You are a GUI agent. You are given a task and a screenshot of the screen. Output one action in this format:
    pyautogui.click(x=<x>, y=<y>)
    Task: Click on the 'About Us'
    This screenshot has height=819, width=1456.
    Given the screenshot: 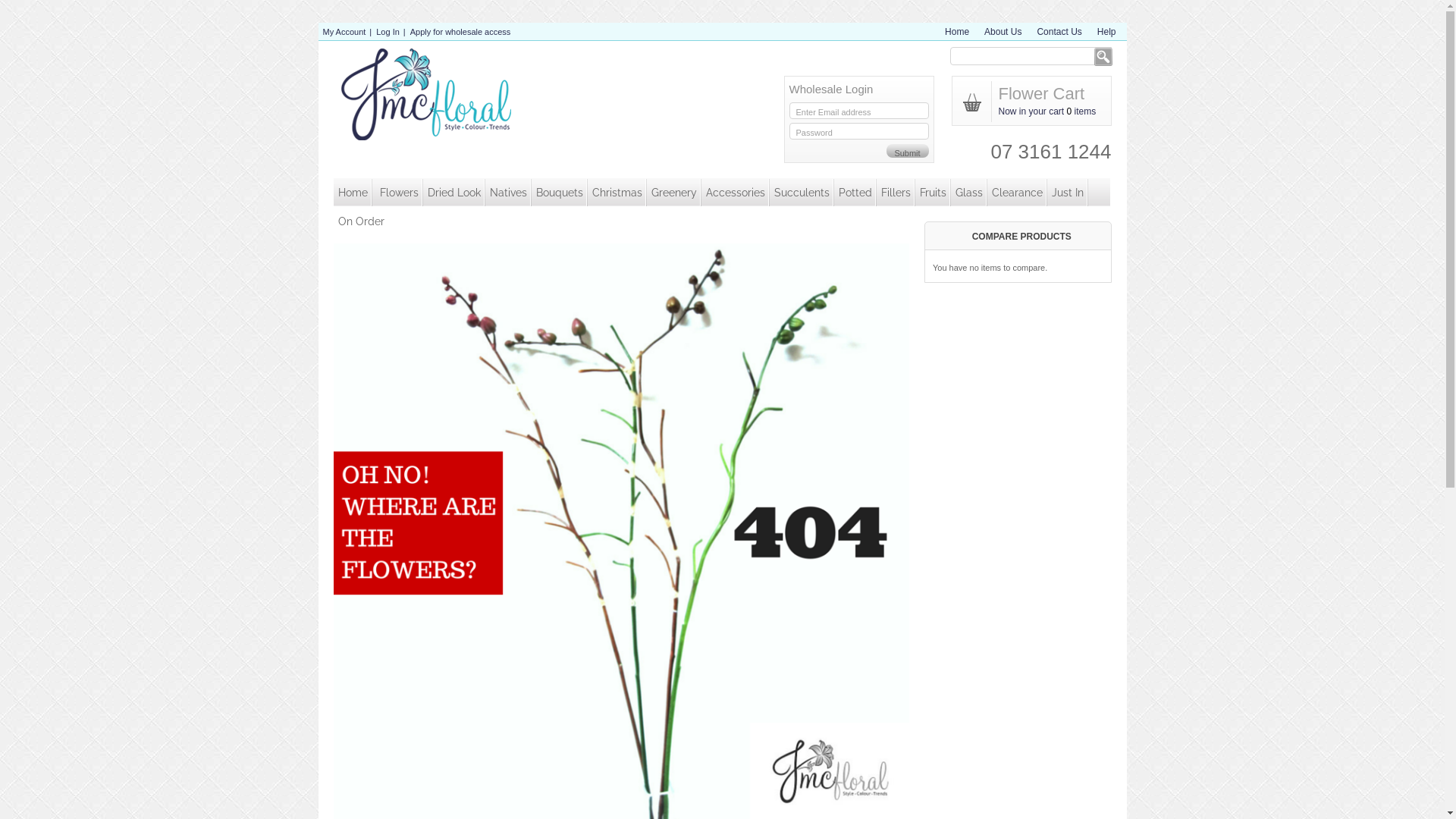 What is the action you would take?
    pyautogui.click(x=1008, y=32)
    